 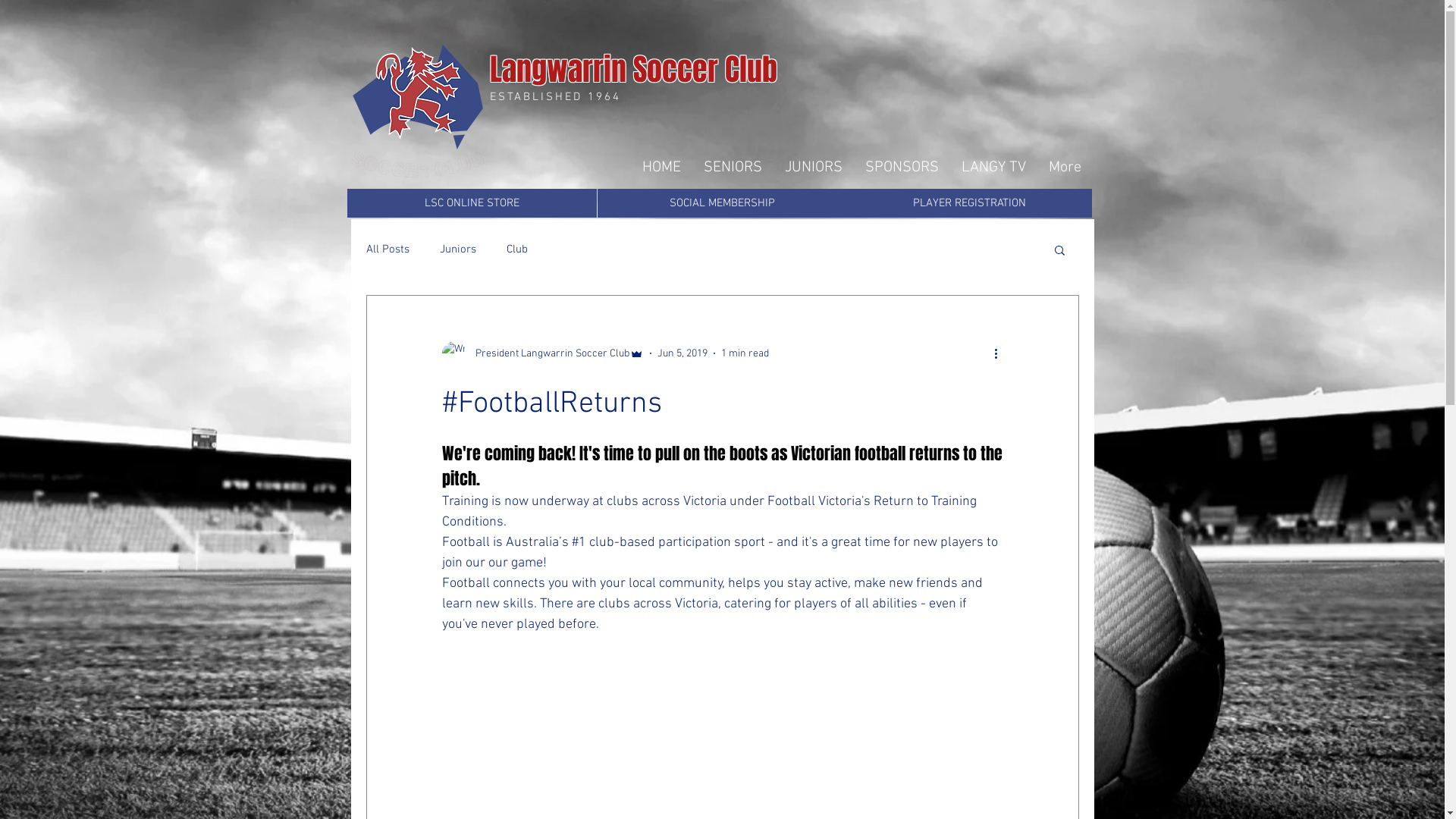 What do you see at coordinates (854, 168) in the screenshot?
I see `'SPONSORS'` at bounding box center [854, 168].